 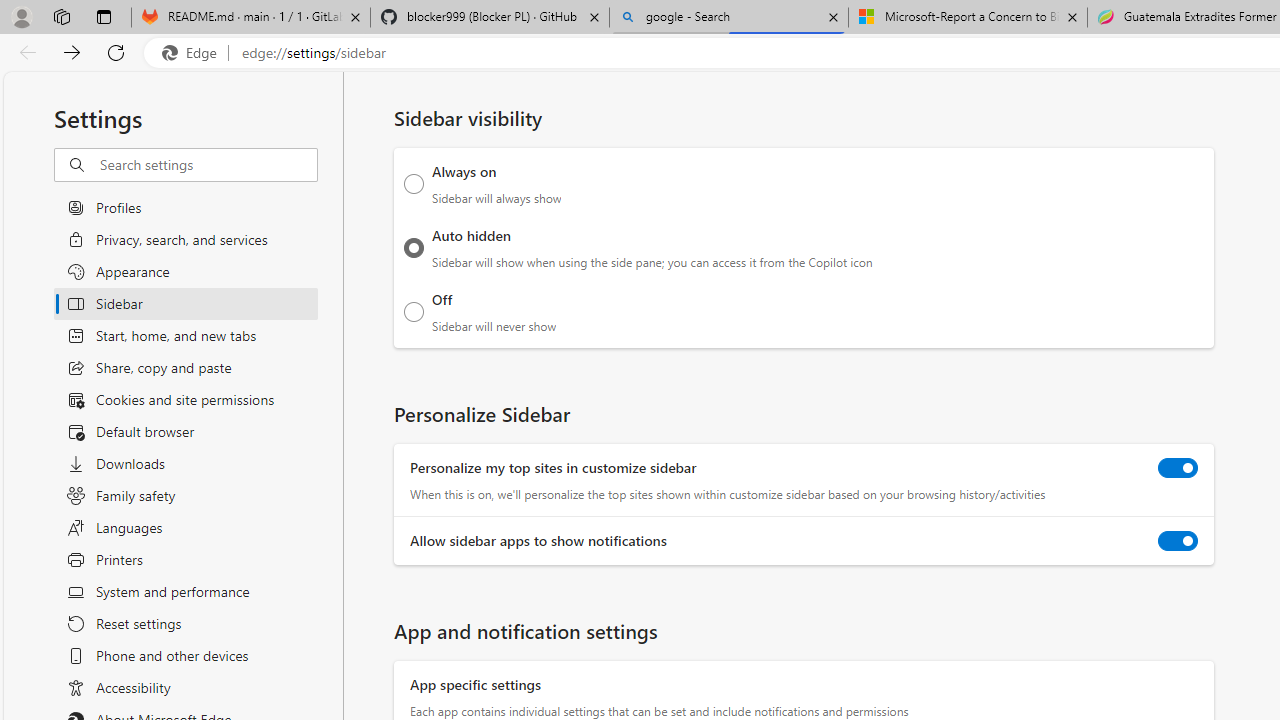 What do you see at coordinates (194, 52) in the screenshot?
I see `'Edge'` at bounding box center [194, 52].